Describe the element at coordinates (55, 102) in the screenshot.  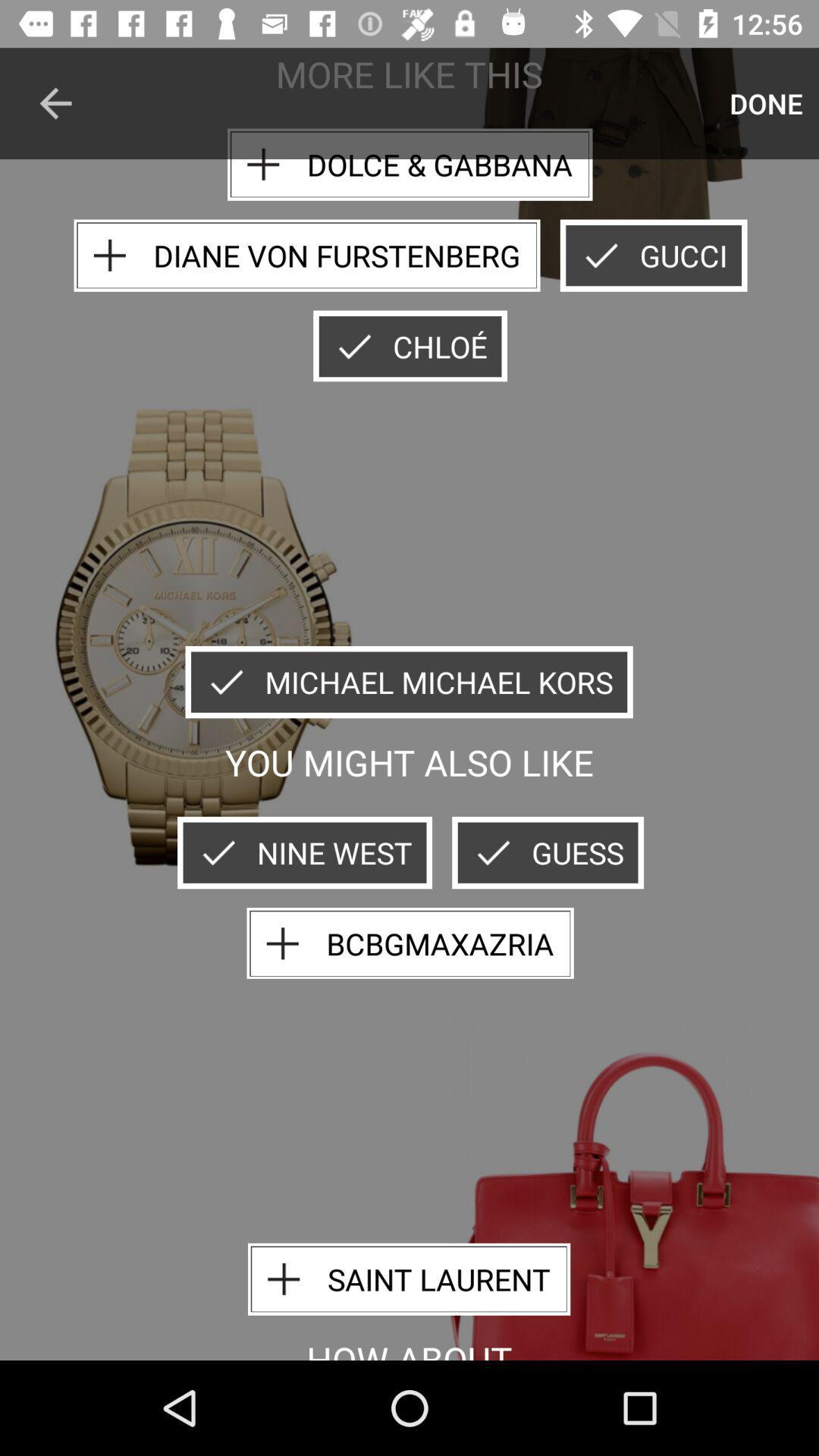
I see `icon to the left of the dolce & gabbana` at that location.